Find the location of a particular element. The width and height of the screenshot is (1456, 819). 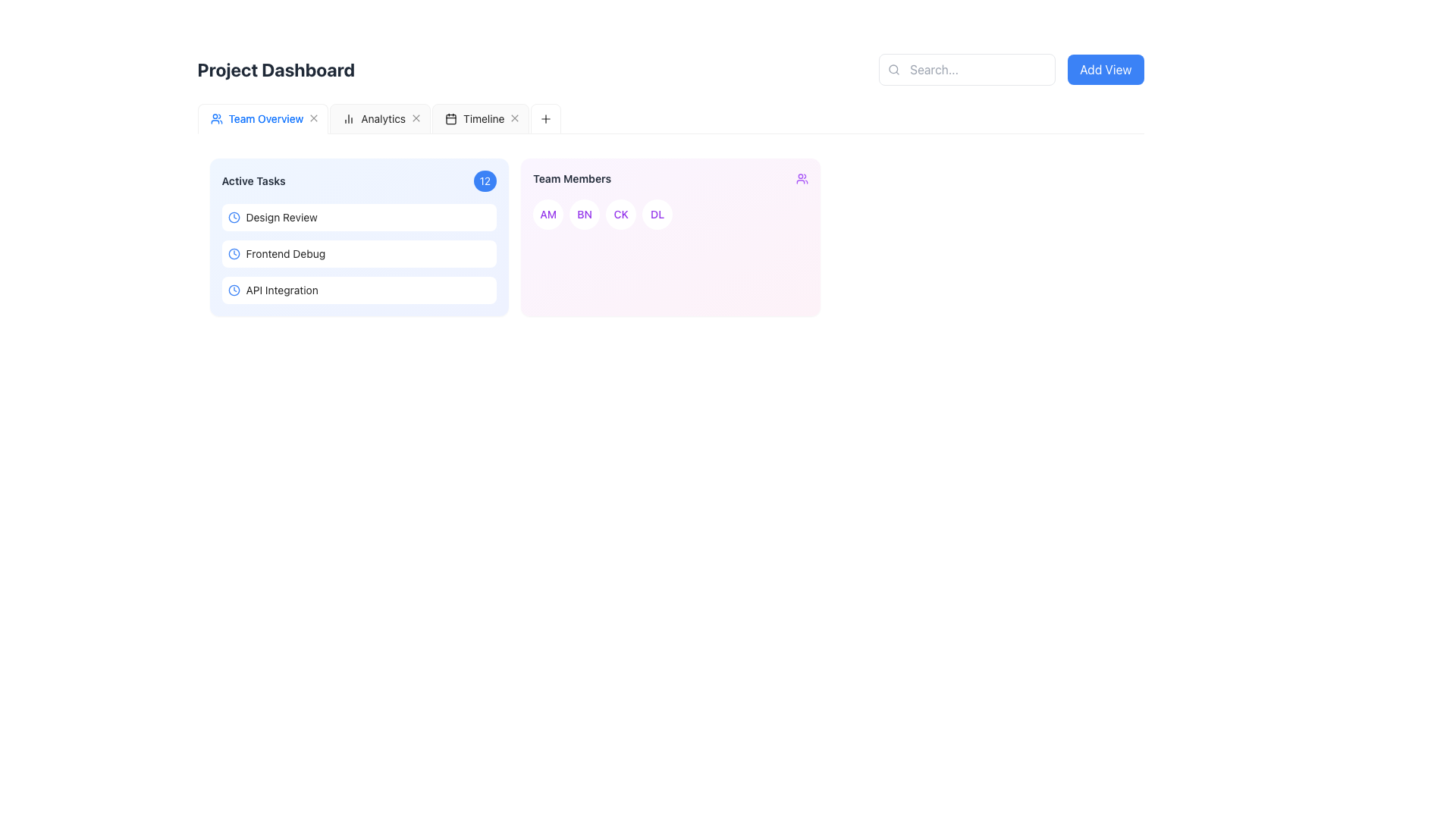

the 'Add Tab' button located at the far-right end of the navigation bar, which is positioned after 'Team Overview,' 'Analytics,' and 'Timeline.' is located at coordinates (546, 118).